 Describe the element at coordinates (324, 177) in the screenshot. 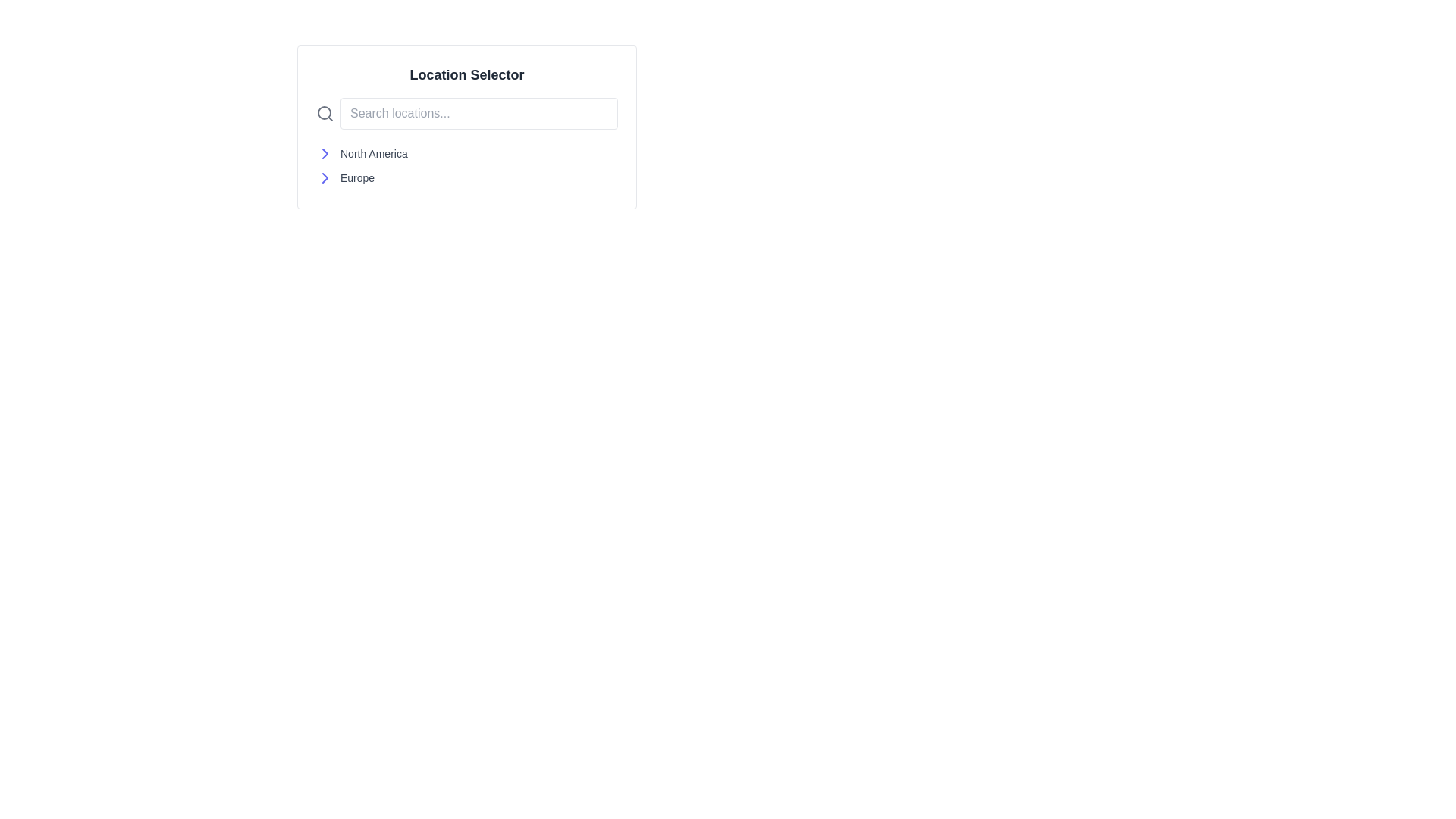

I see `the right arrow icon located to the left of the 'Europe' text in the 'Location Selector' section` at that location.